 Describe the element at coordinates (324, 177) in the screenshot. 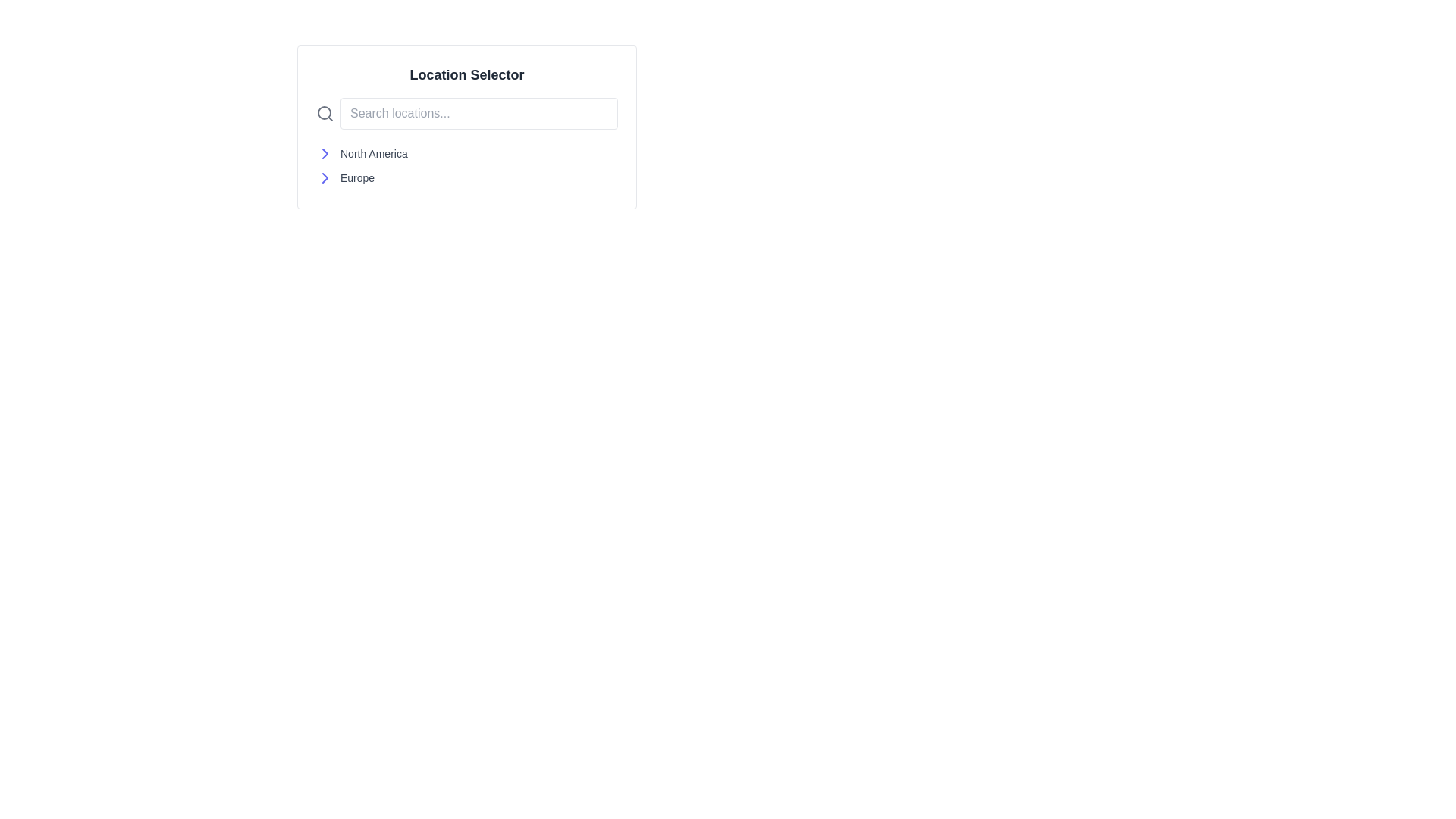

I see `the right arrow icon located to the left of the 'Europe' text in the 'Location Selector' section` at that location.